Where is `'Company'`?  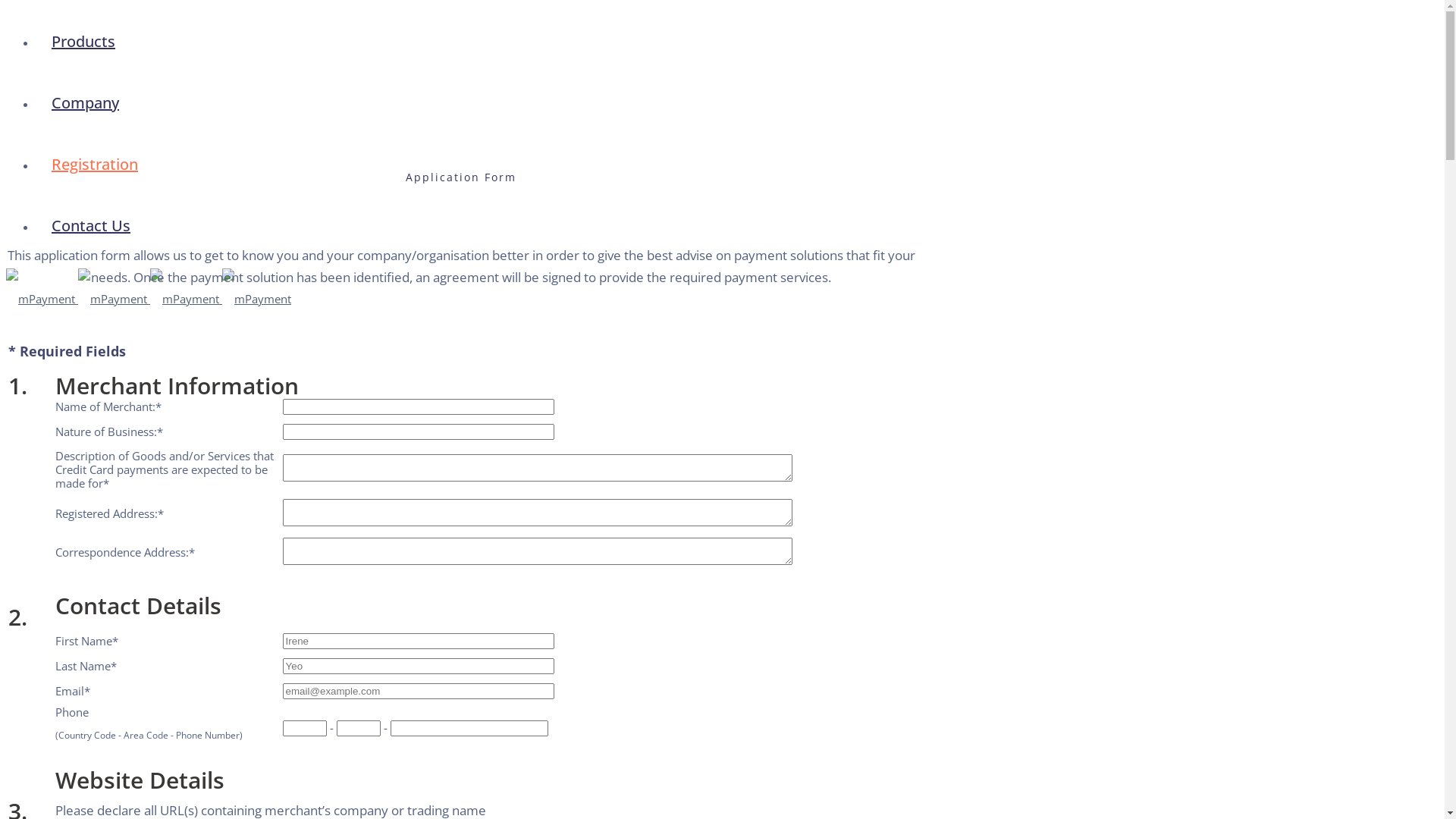
'Company' is located at coordinates (84, 102).